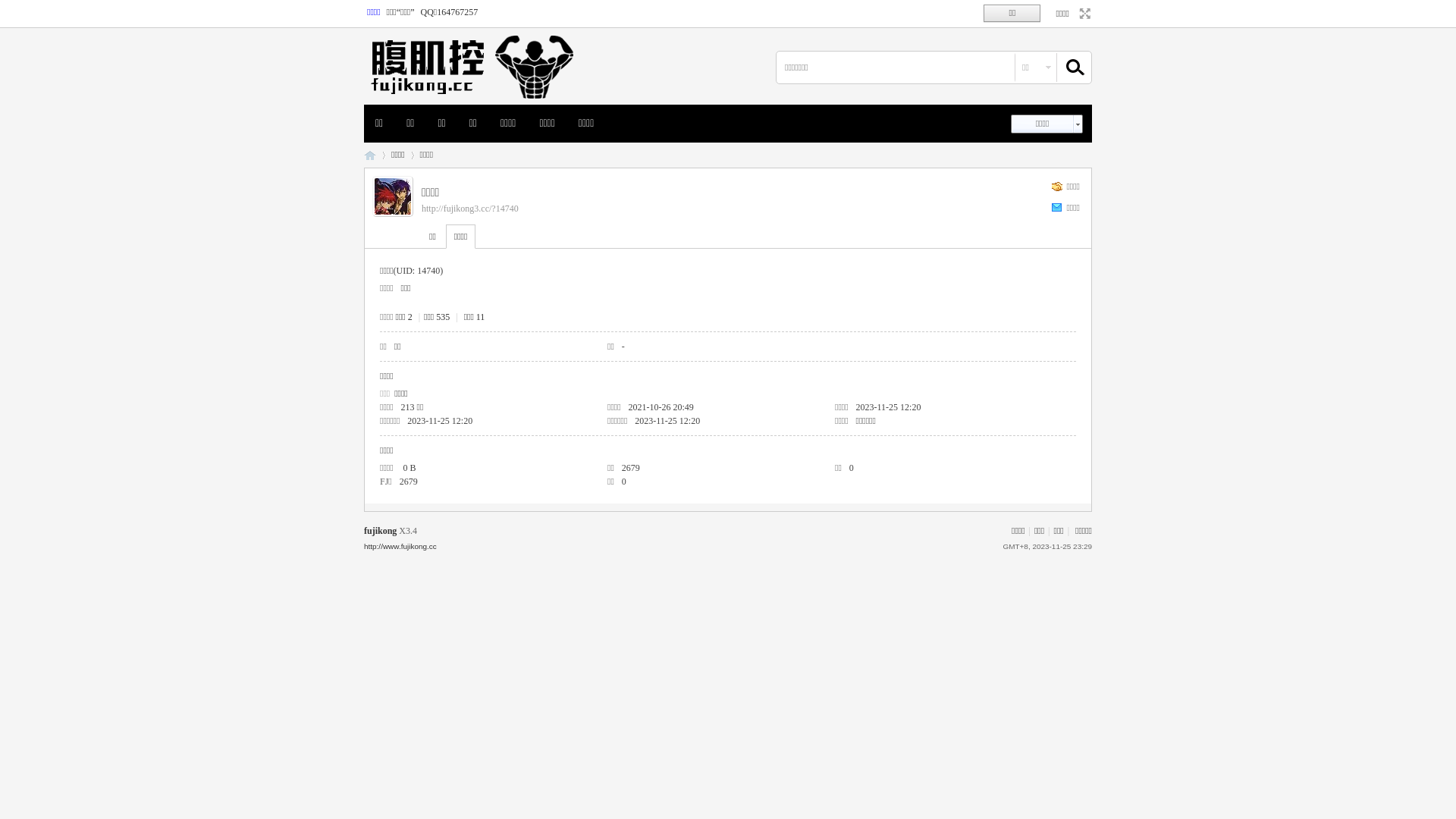  I want to click on 'true', so click(1066, 67).